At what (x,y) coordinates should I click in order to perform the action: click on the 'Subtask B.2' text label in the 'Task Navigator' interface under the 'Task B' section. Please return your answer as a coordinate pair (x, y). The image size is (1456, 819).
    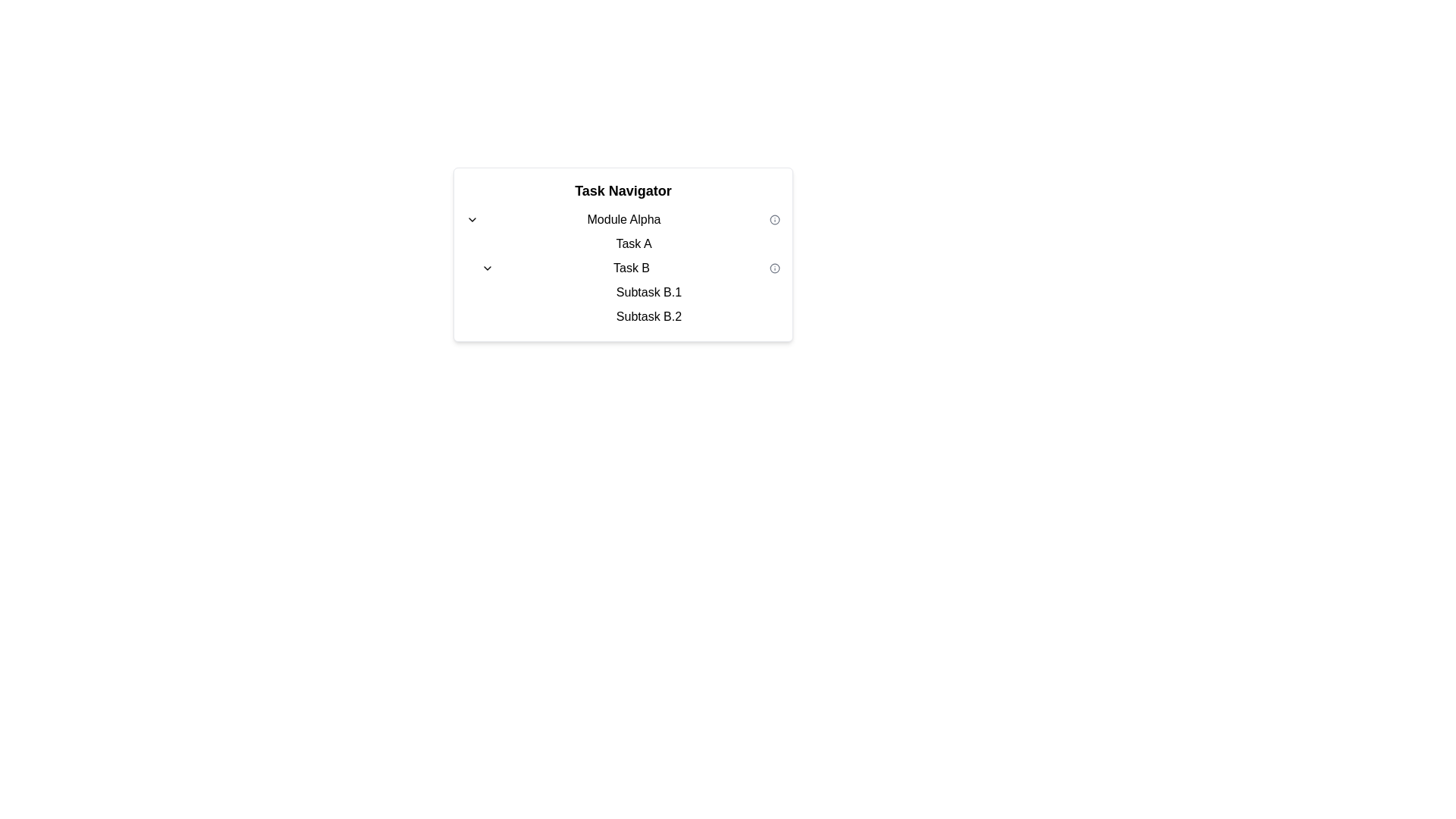
    Looking at the image, I should click on (648, 315).